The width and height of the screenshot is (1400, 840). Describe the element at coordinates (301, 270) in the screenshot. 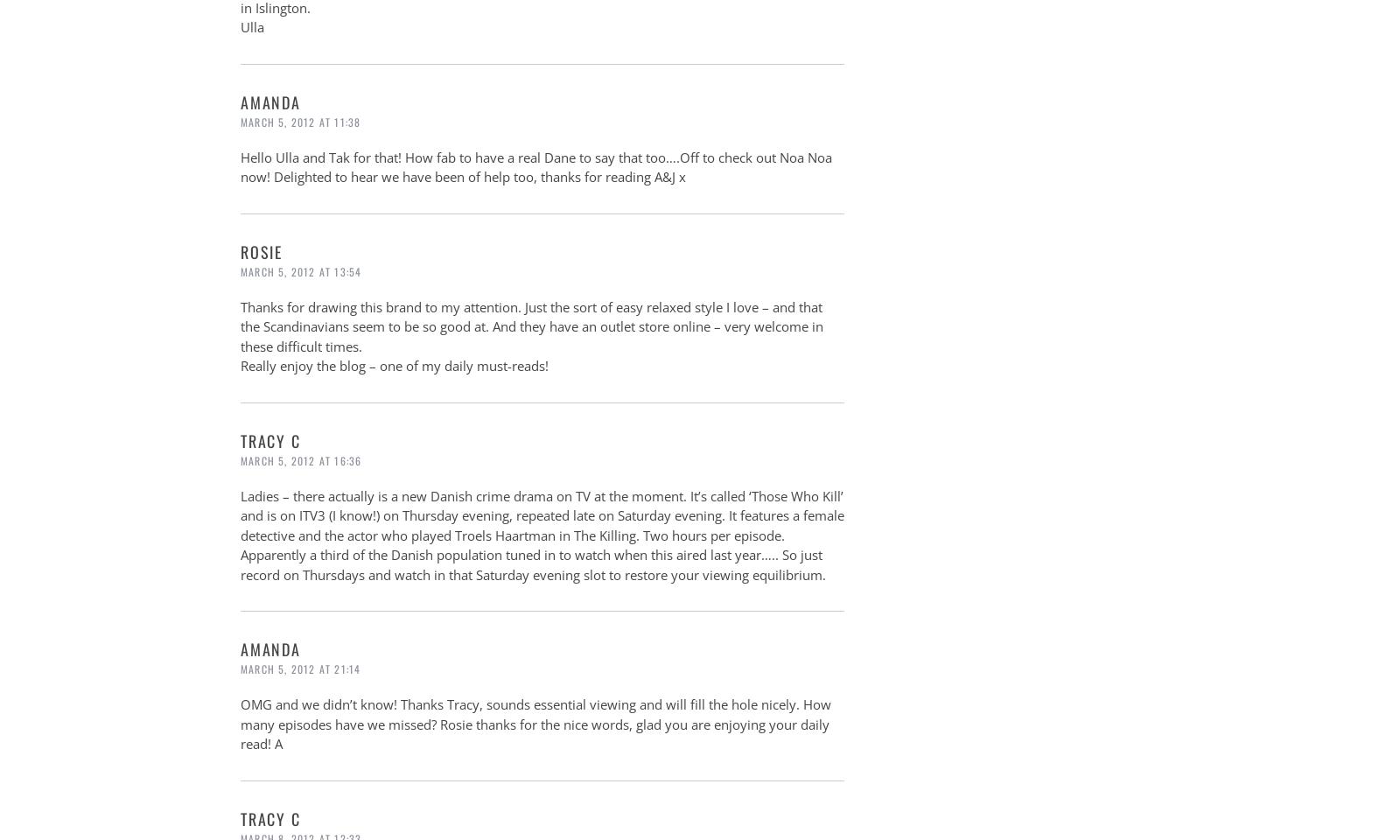

I see `'March 5, 2012 at 13:54'` at that location.